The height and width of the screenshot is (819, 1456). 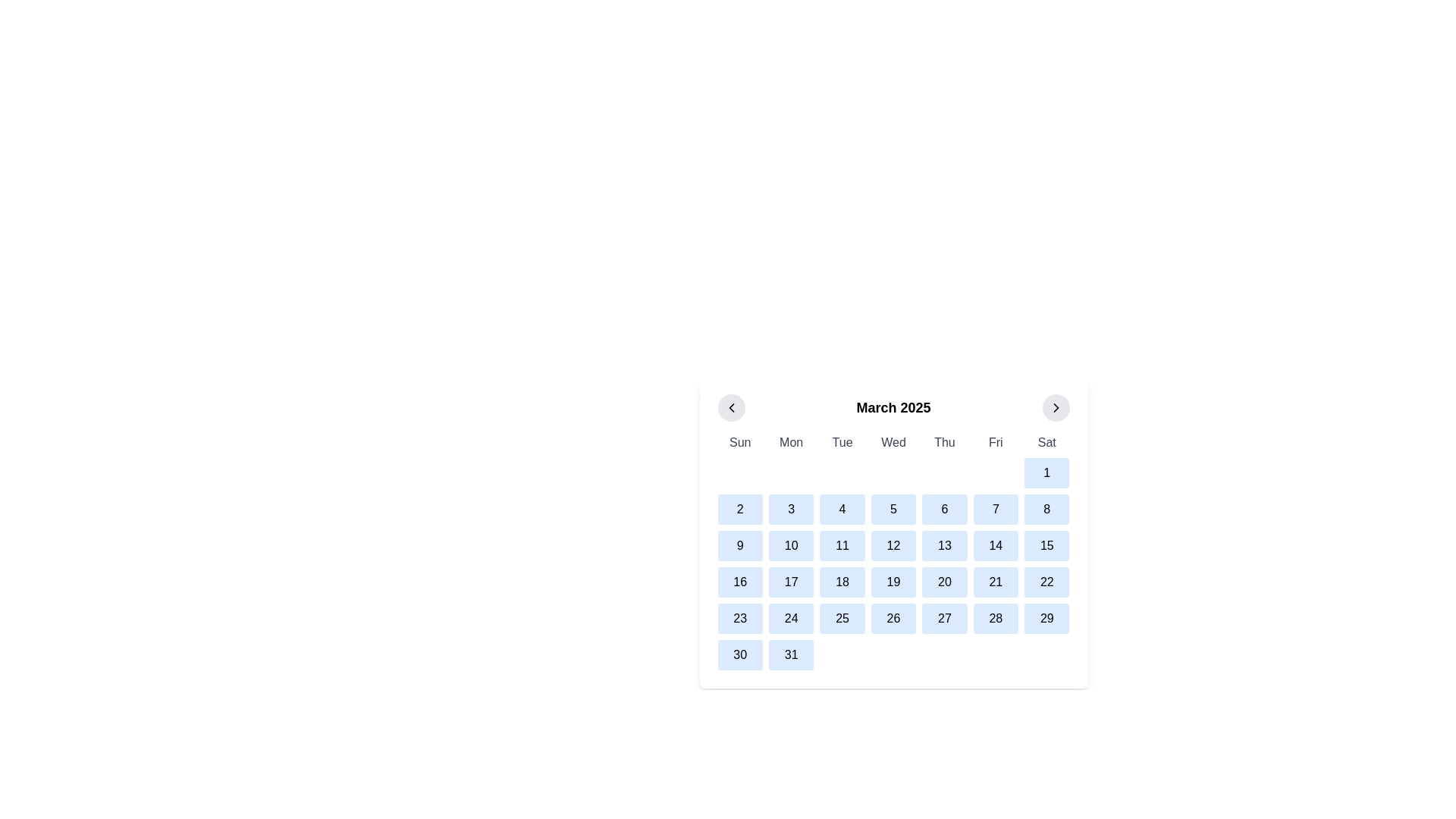 What do you see at coordinates (893, 509) in the screenshot?
I see `the calendar button representing the date '5' under 'Wed'` at bounding box center [893, 509].